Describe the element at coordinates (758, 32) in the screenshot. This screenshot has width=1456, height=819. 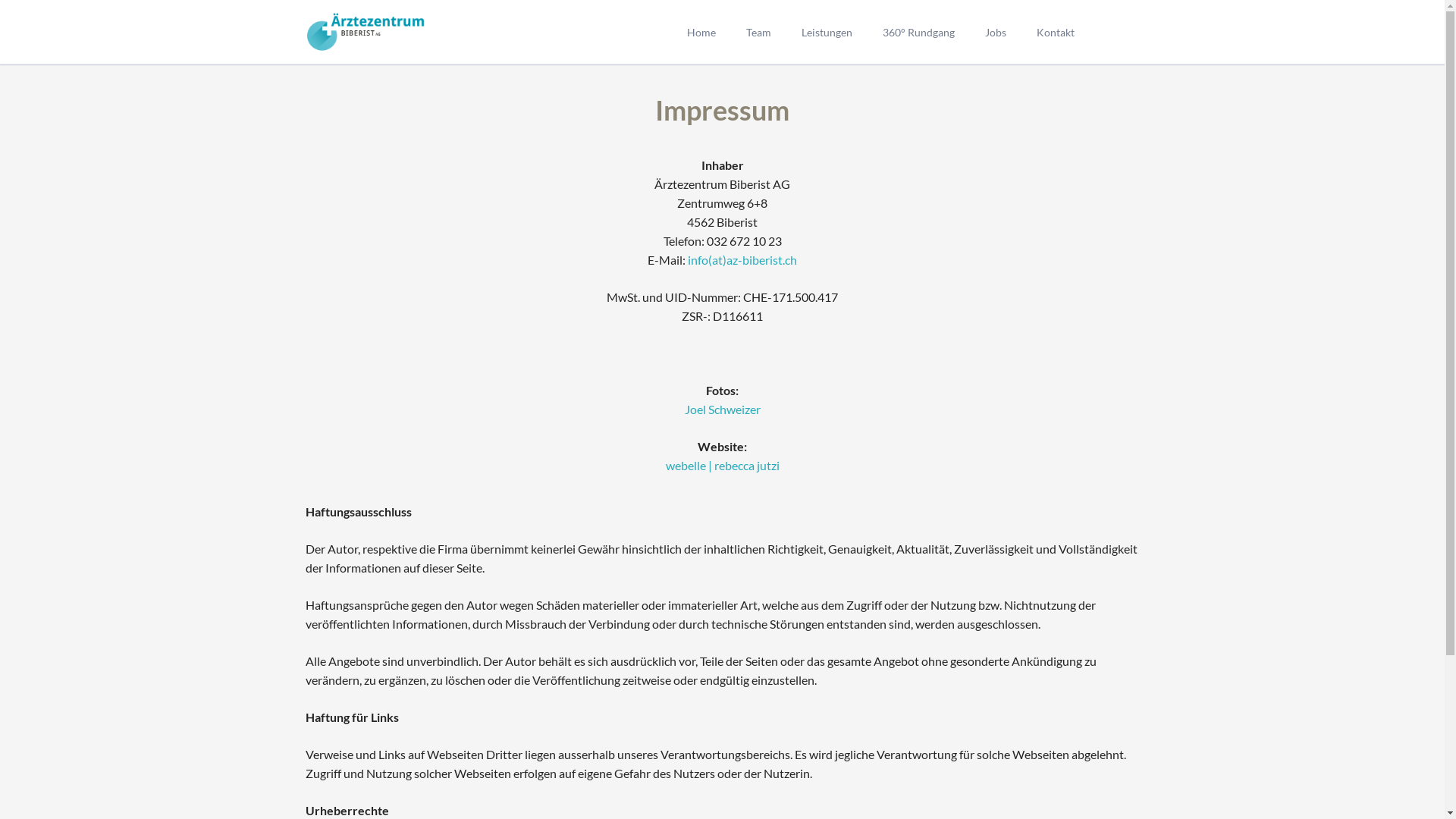
I see `'Team'` at that location.